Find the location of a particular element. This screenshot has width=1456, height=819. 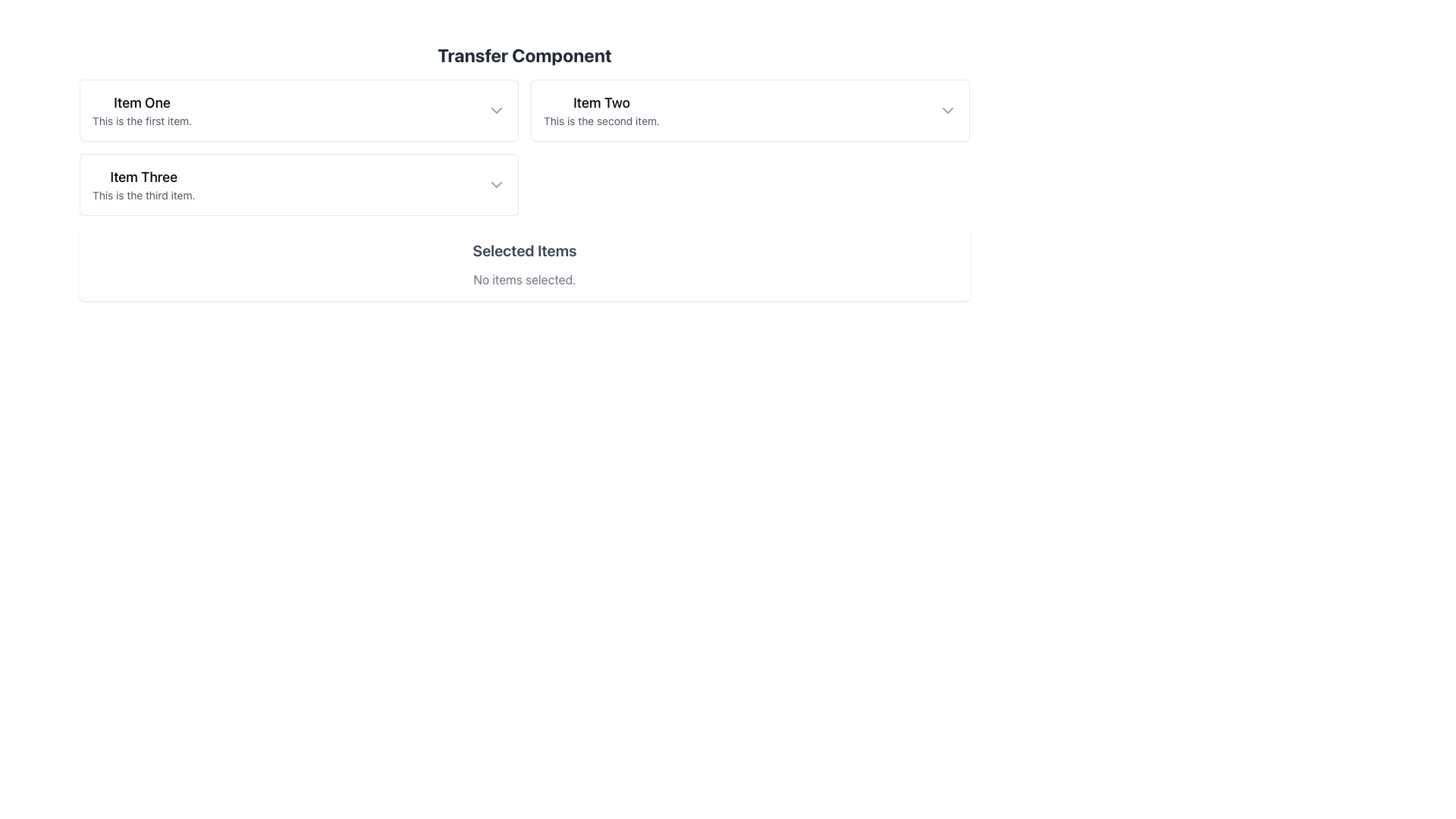

the text contents of the second Label/Description Block in the 'Transfer Component' section, which is positioned between 'Item One' and 'Item Three' is located at coordinates (601, 110).